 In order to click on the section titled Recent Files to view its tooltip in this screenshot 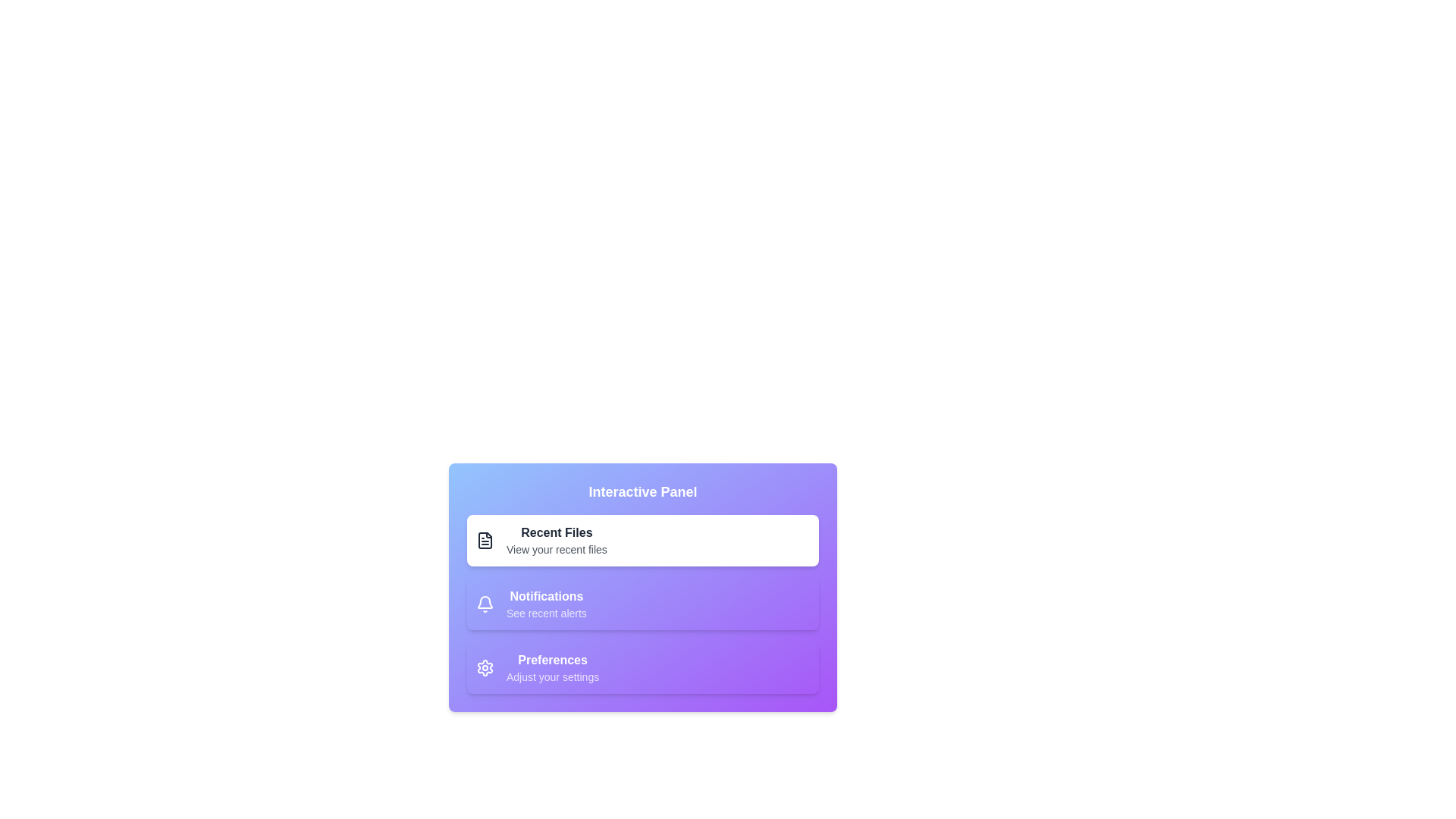, I will do `click(643, 540)`.